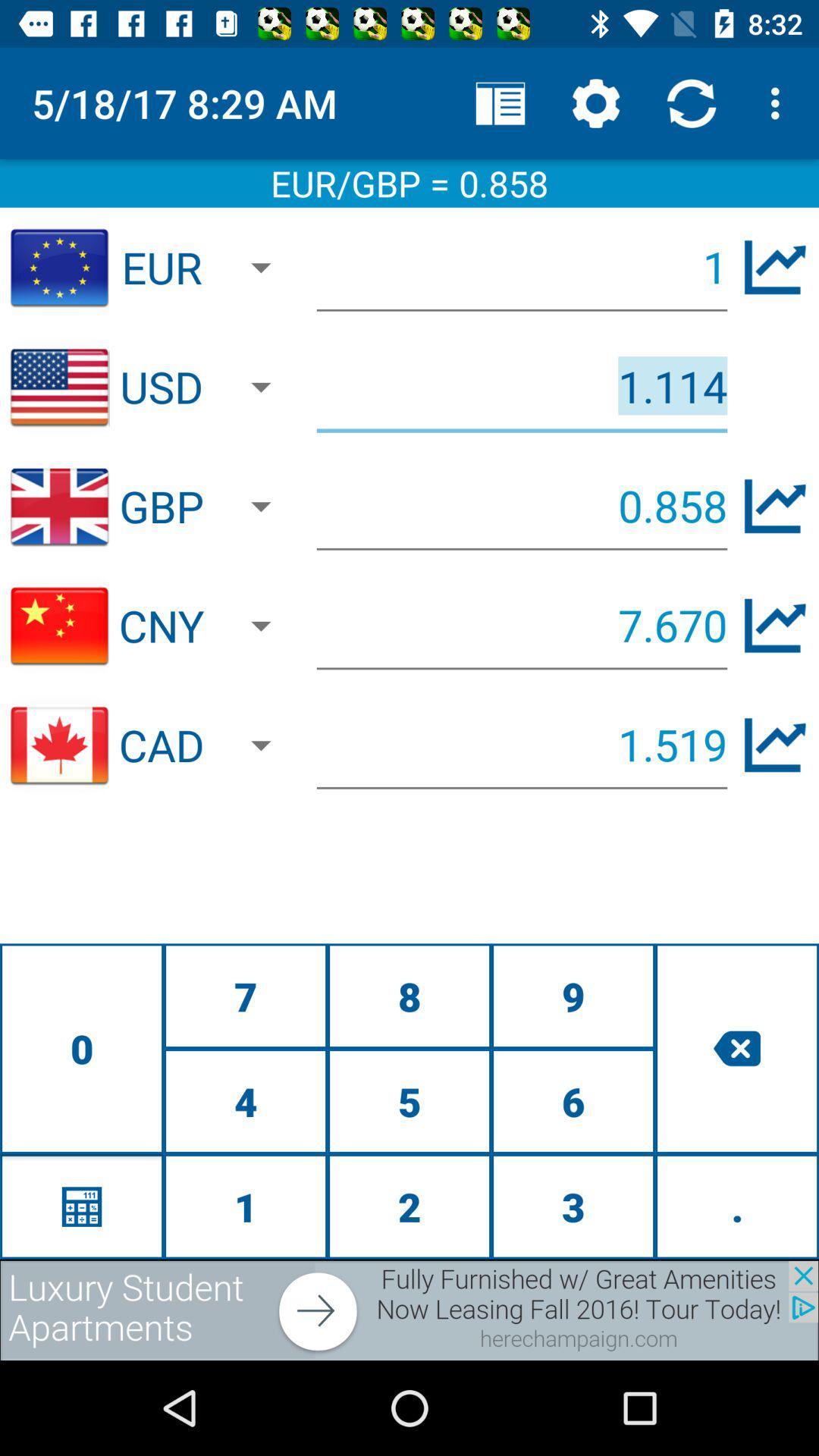 This screenshot has height=1456, width=819. What do you see at coordinates (736, 1047) in the screenshot?
I see `delete number` at bounding box center [736, 1047].